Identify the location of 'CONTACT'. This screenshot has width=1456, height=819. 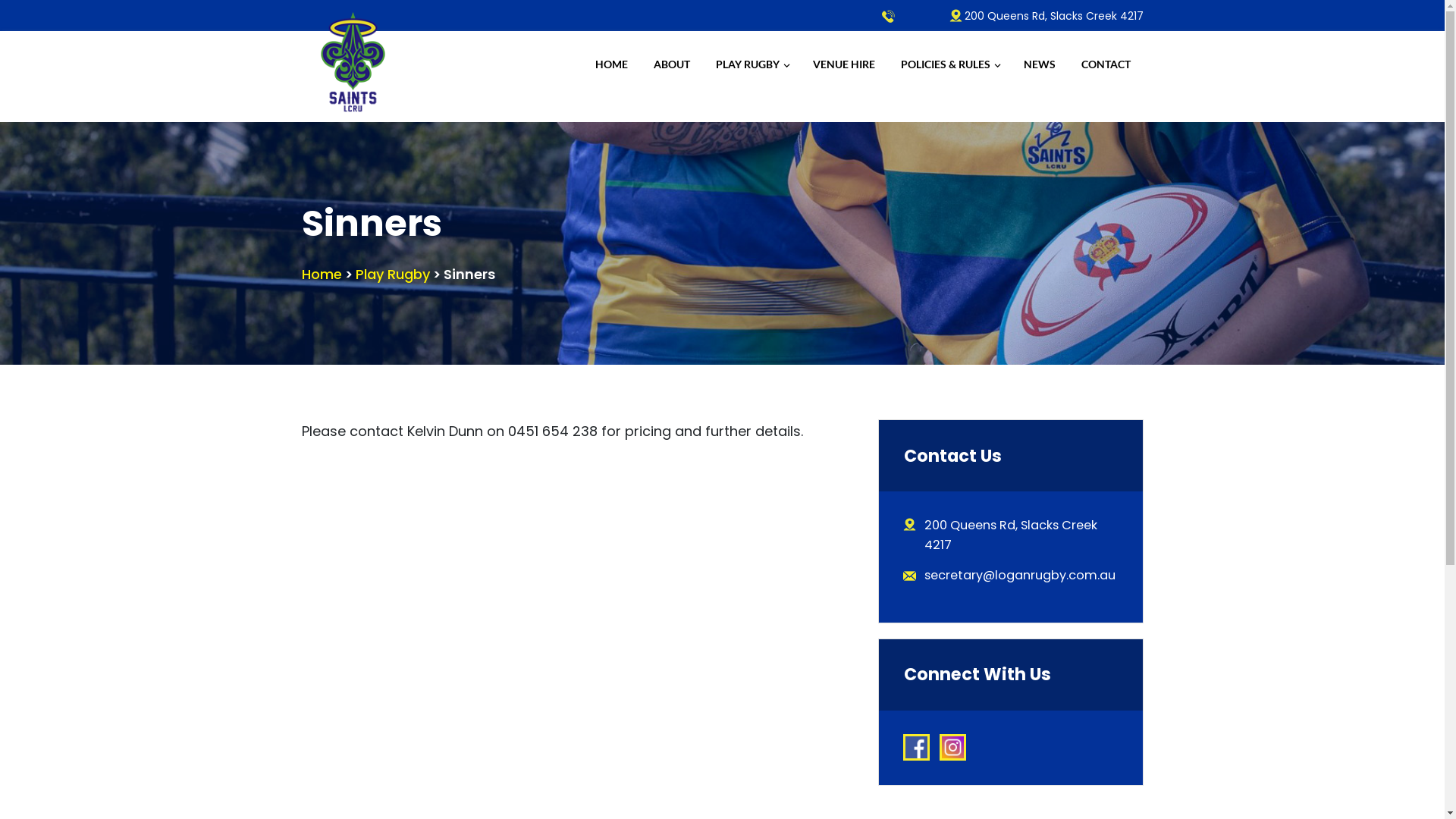
(1105, 63).